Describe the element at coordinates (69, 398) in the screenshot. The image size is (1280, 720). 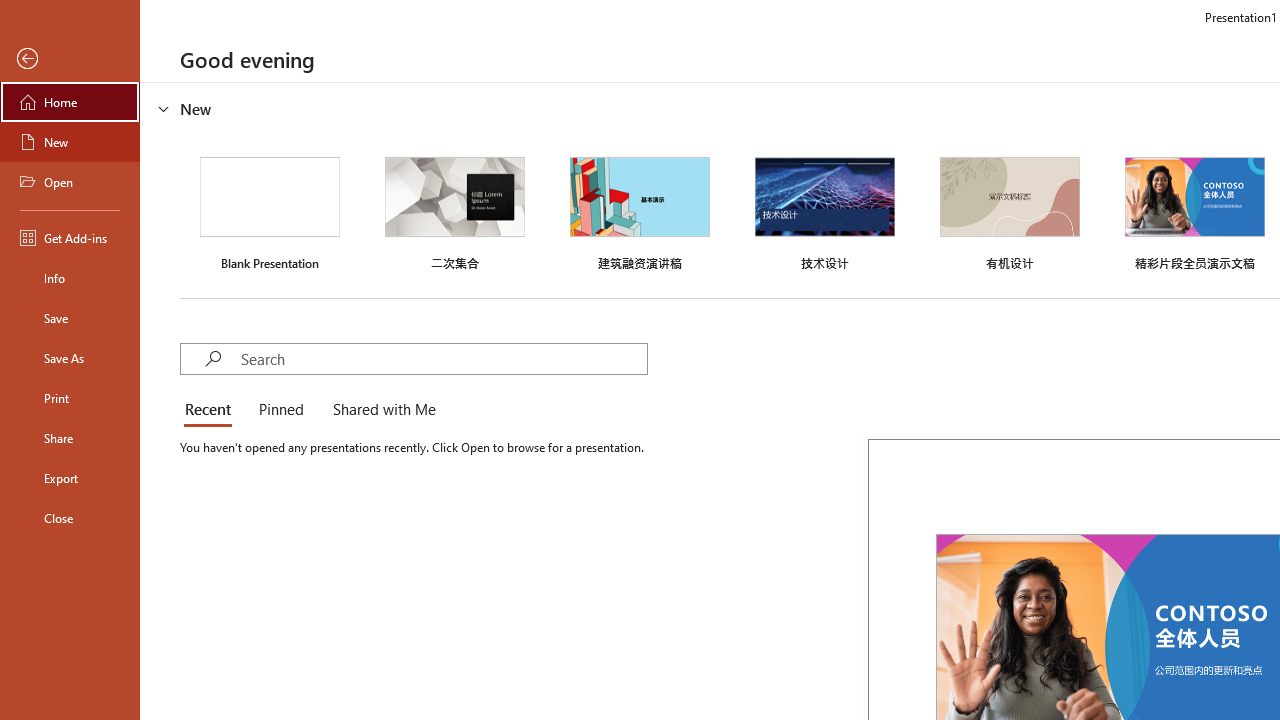
I see `'Print'` at that location.